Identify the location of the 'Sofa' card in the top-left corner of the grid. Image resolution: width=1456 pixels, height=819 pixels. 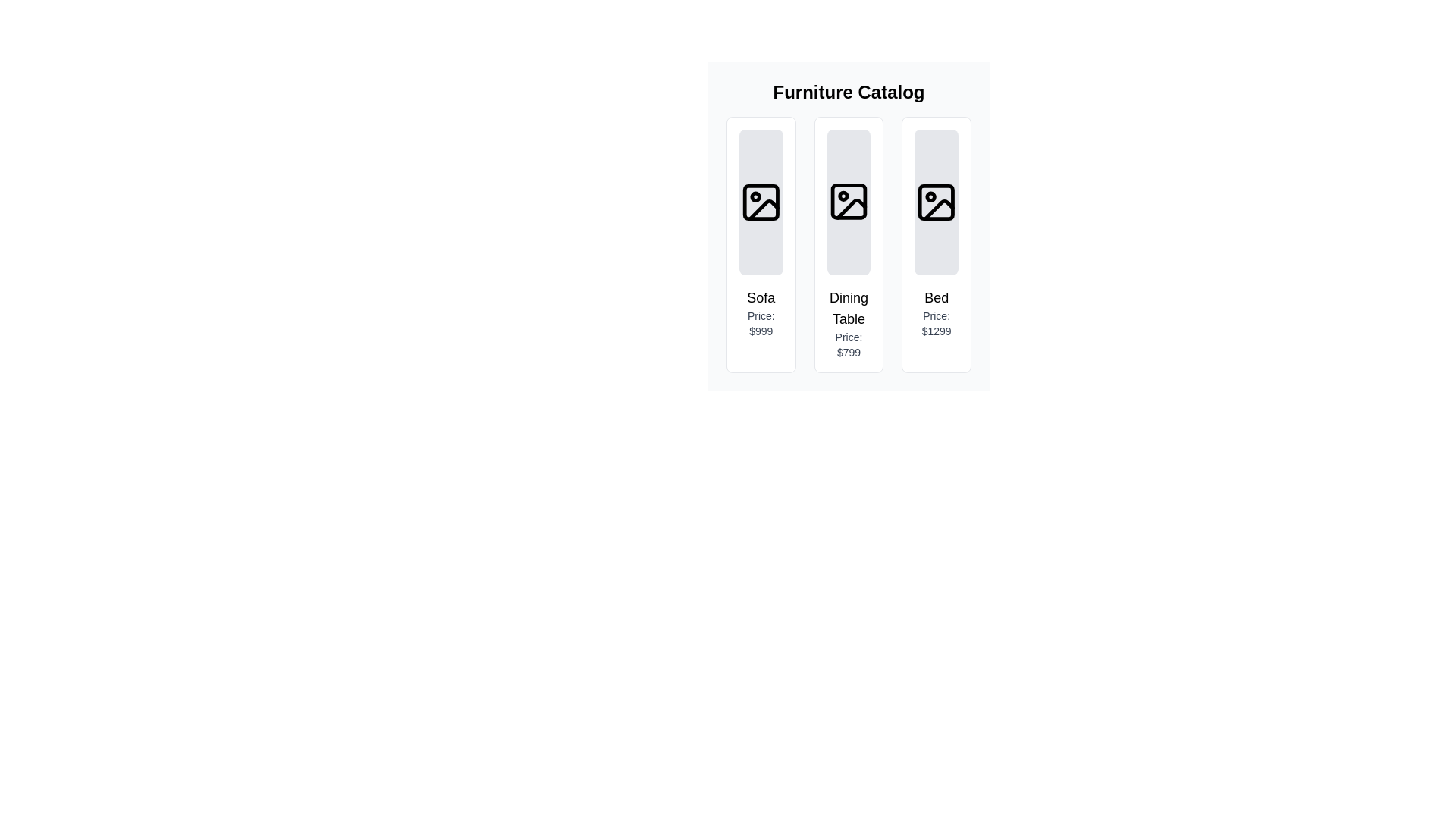
(761, 244).